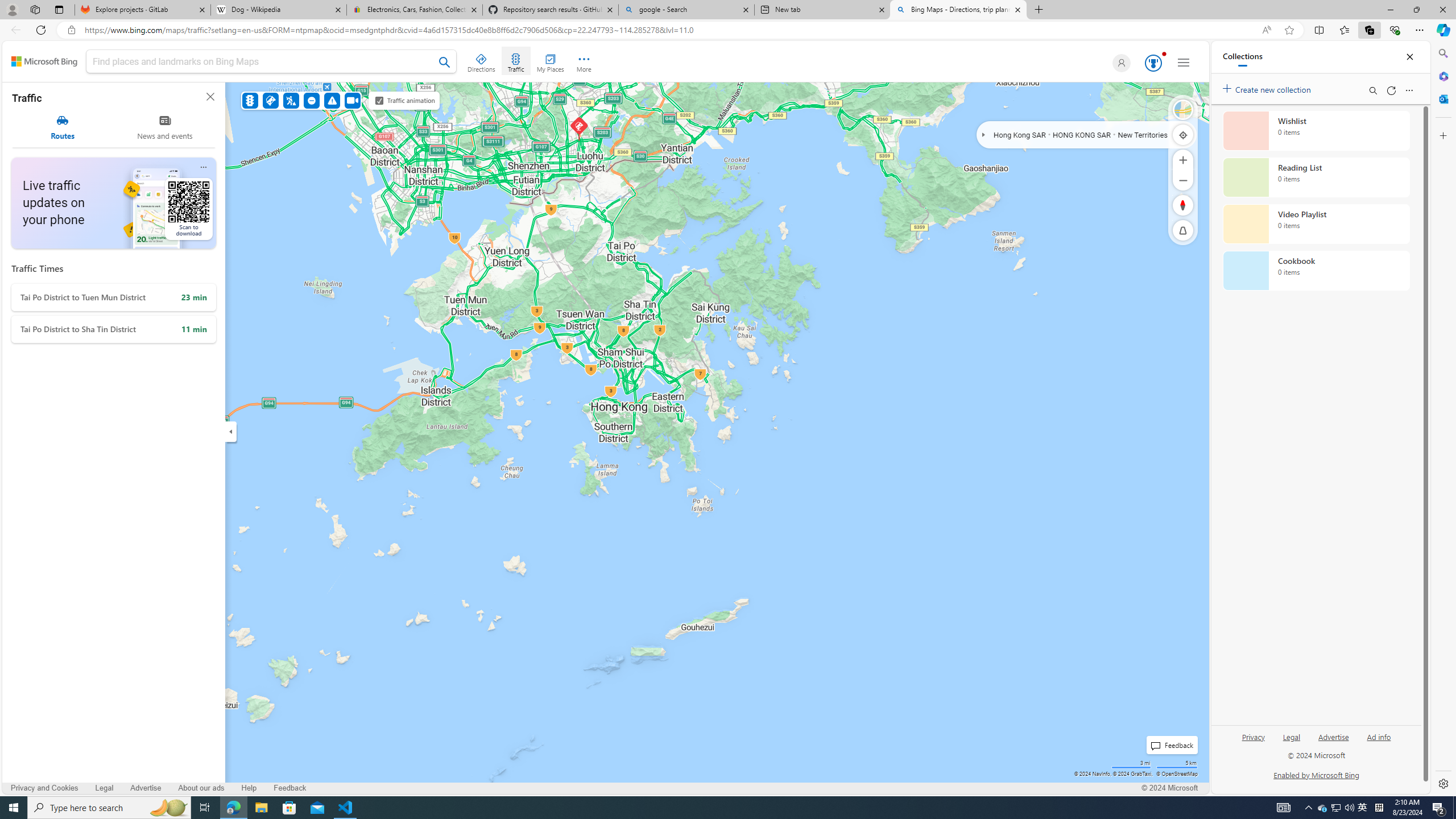  What do you see at coordinates (113, 202) in the screenshot?
I see `'Live traffic updates on your phone Scan to download'` at bounding box center [113, 202].